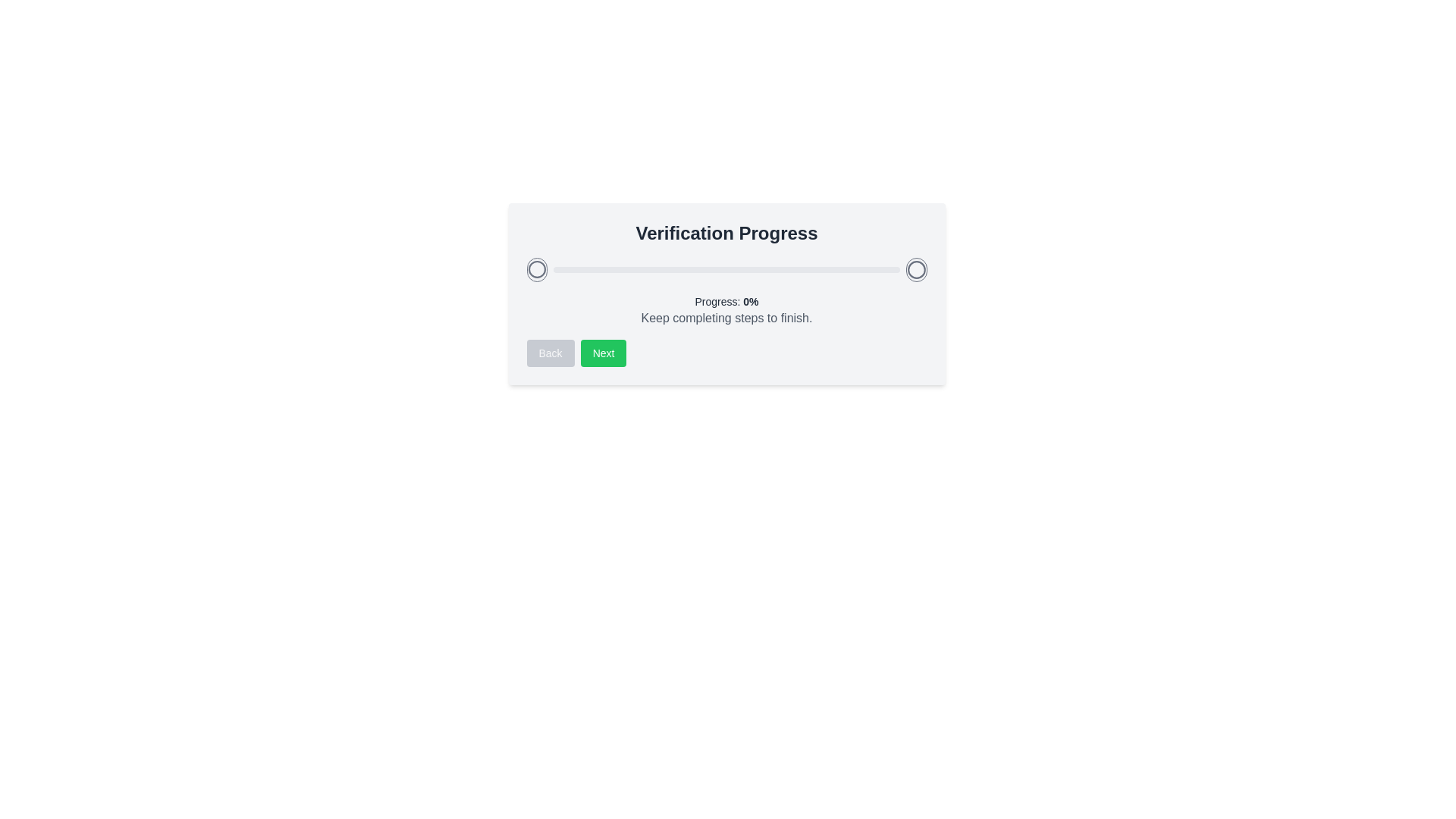  Describe the element at coordinates (603, 353) in the screenshot. I see `the green 'Next' button with rounded corners` at that location.